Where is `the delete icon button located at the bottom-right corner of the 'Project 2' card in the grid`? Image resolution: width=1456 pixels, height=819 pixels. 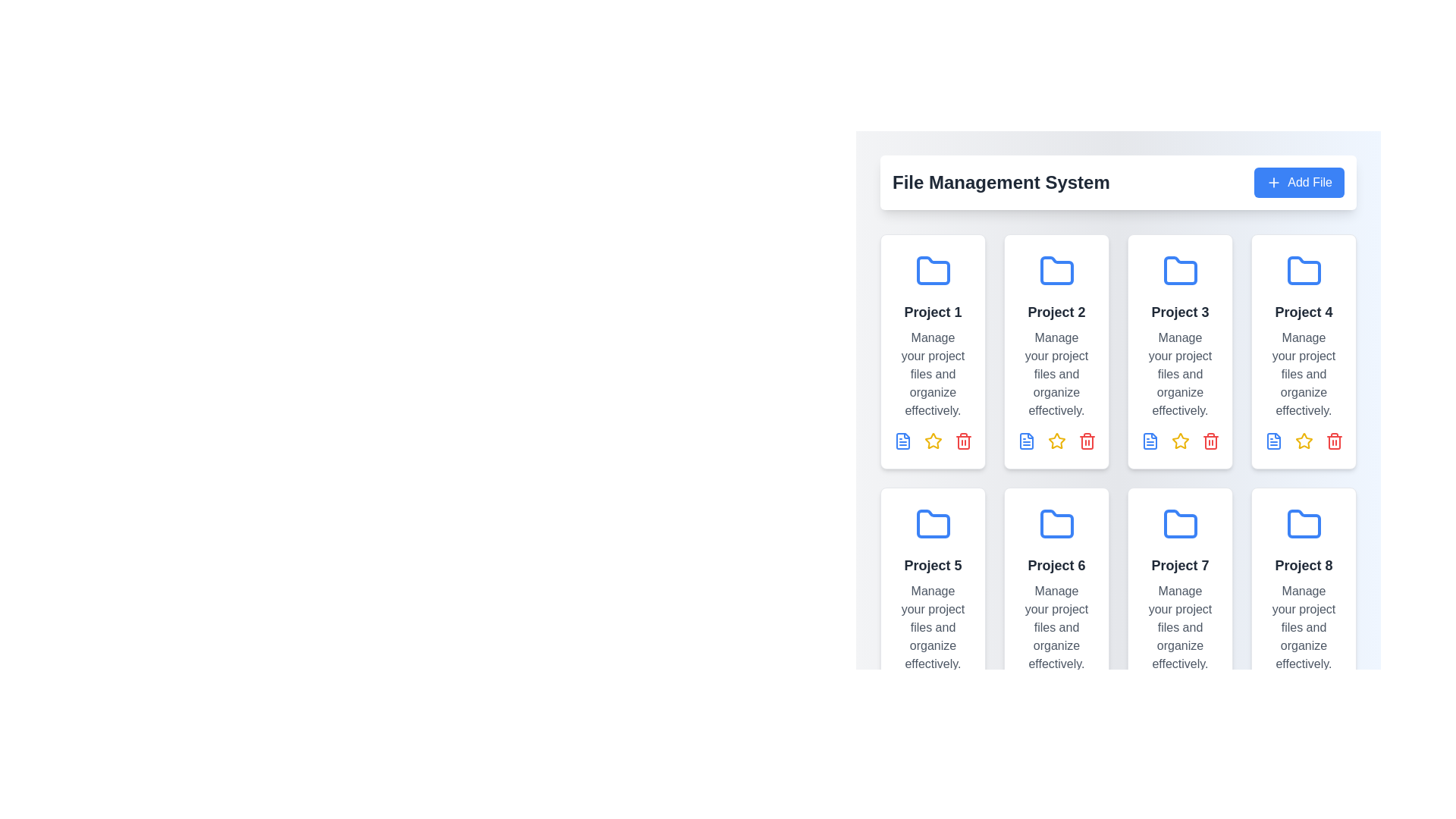
the delete icon button located at the bottom-right corner of the 'Project 2' card in the grid is located at coordinates (1086, 442).